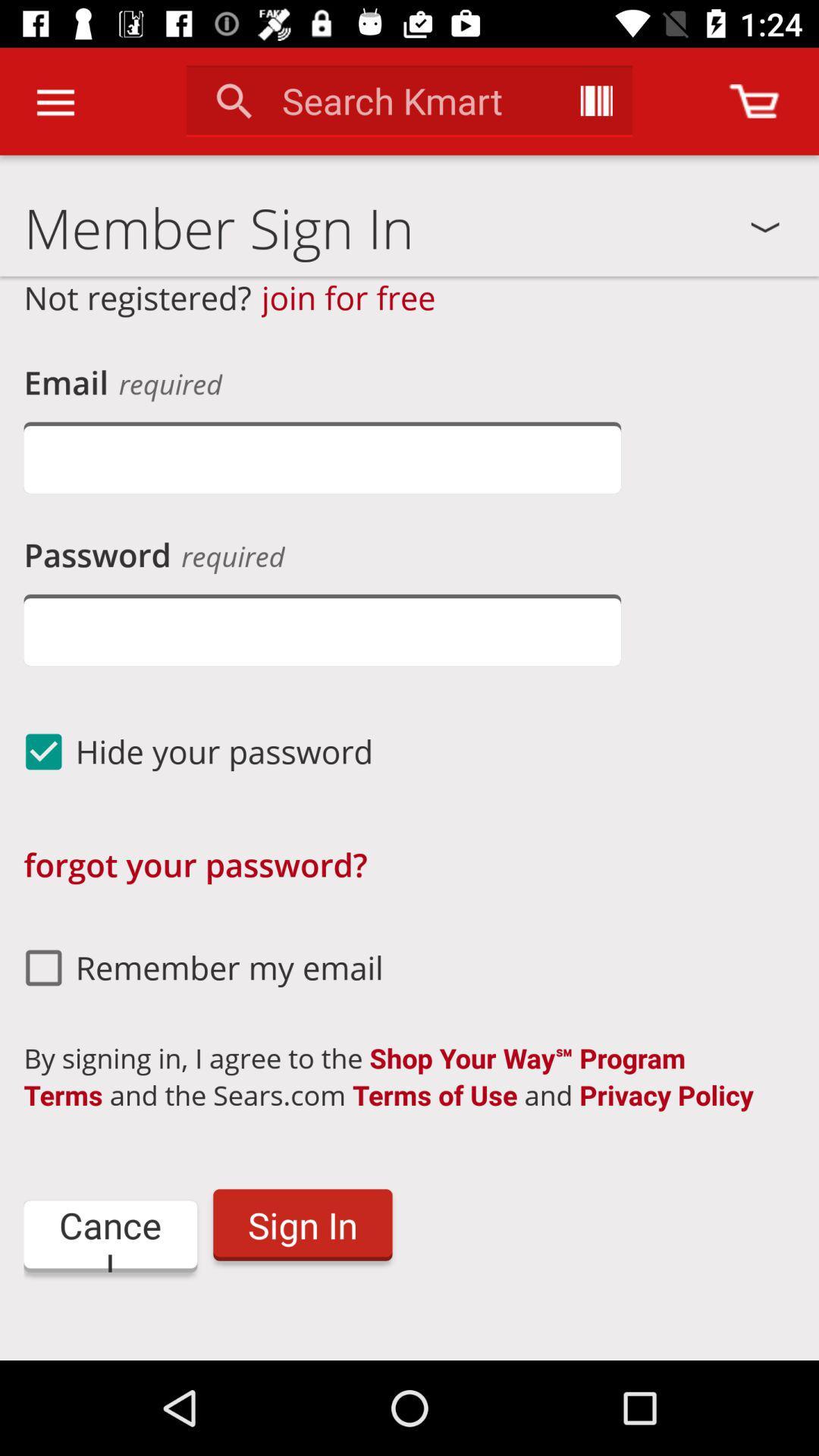  What do you see at coordinates (196, 967) in the screenshot?
I see `remember my email icon` at bounding box center [196, 967].